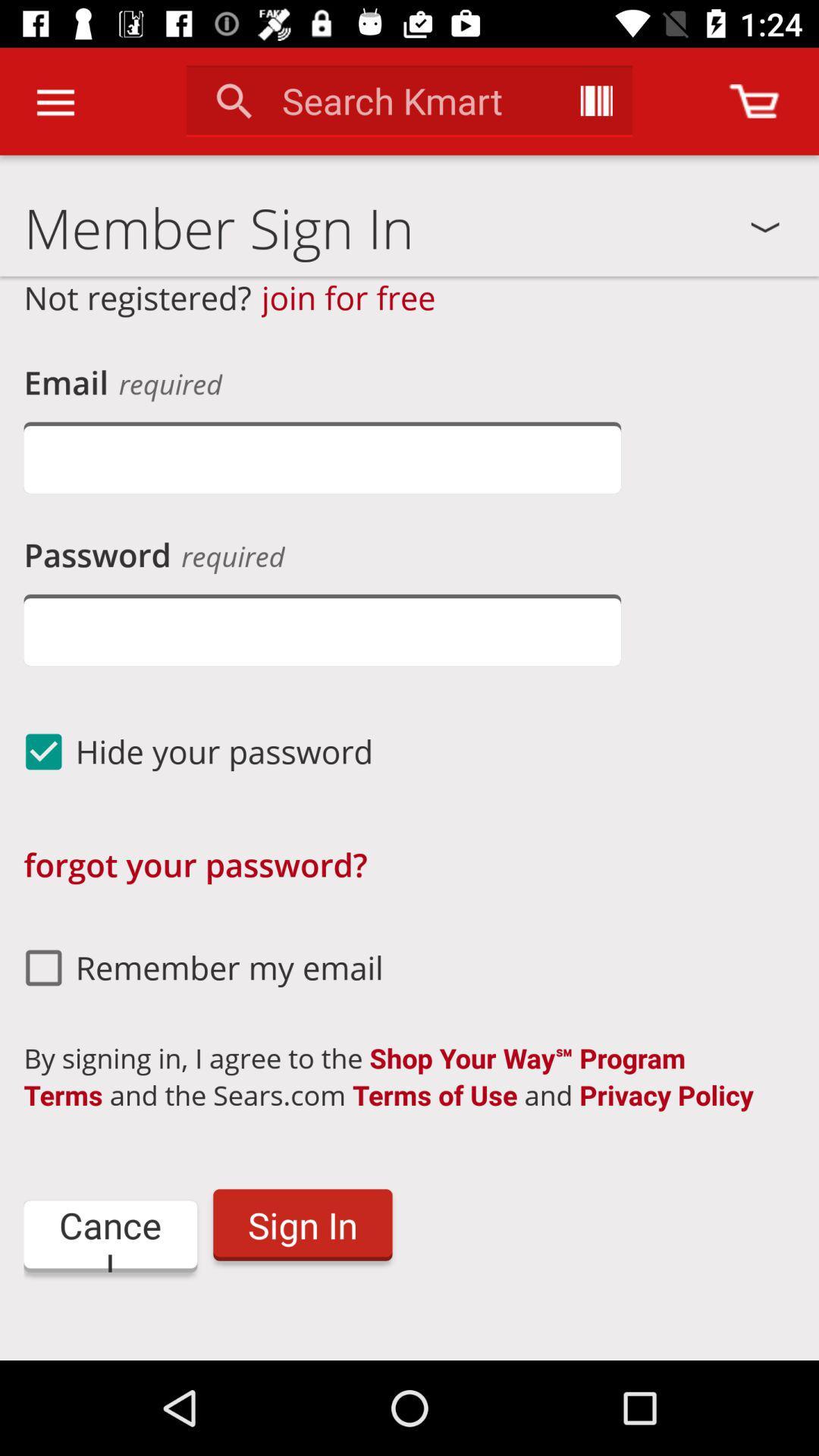  What do you see at coordinates (196, 967) in the screenshot?
I see `remember my email icon` at bounding box center [196, 967].